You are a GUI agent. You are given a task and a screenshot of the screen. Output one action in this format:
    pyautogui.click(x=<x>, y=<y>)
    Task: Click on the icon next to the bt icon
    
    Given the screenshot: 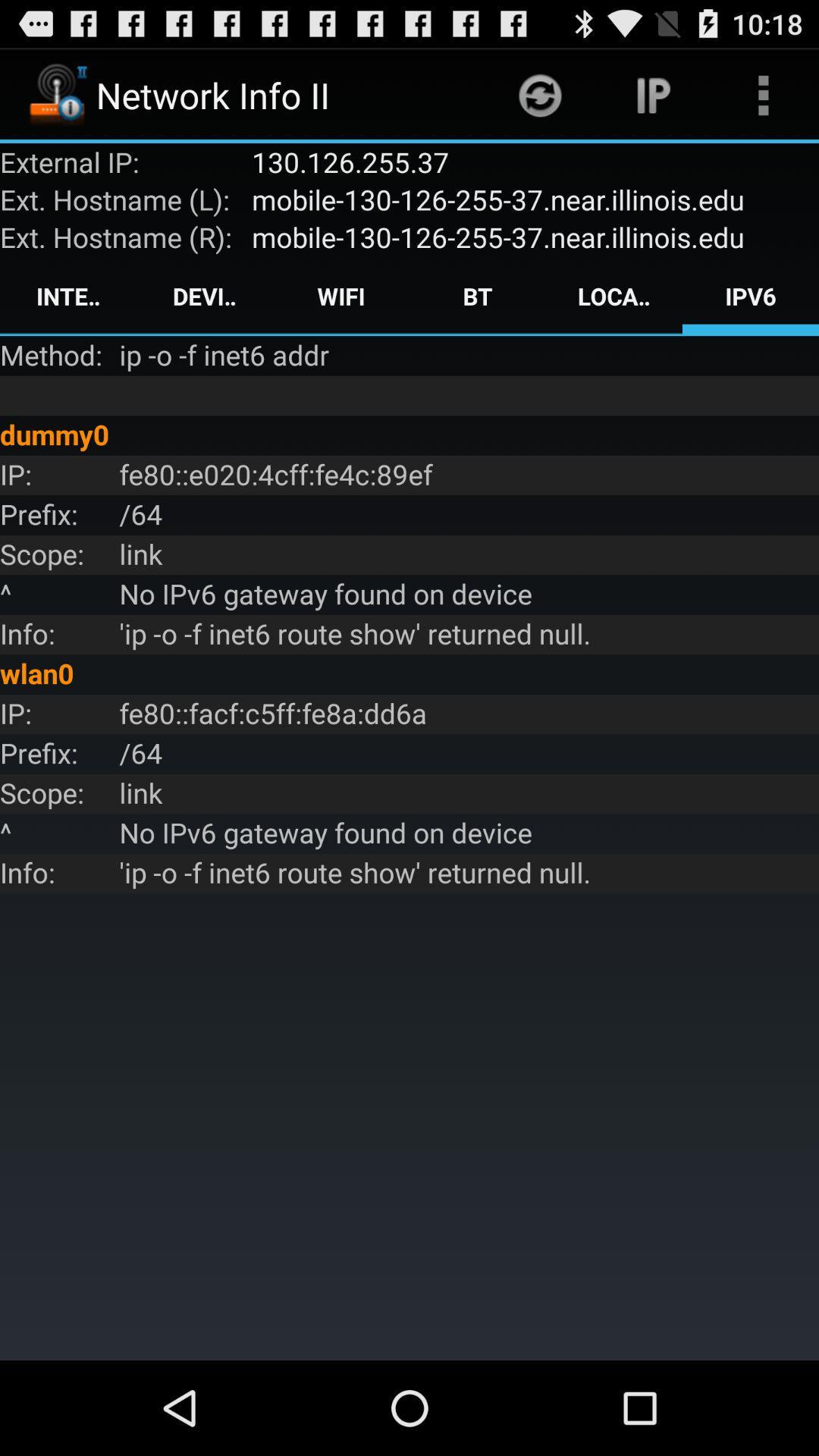 What is the action you would take?
    pyautogui.click(x=341, y=296)
    